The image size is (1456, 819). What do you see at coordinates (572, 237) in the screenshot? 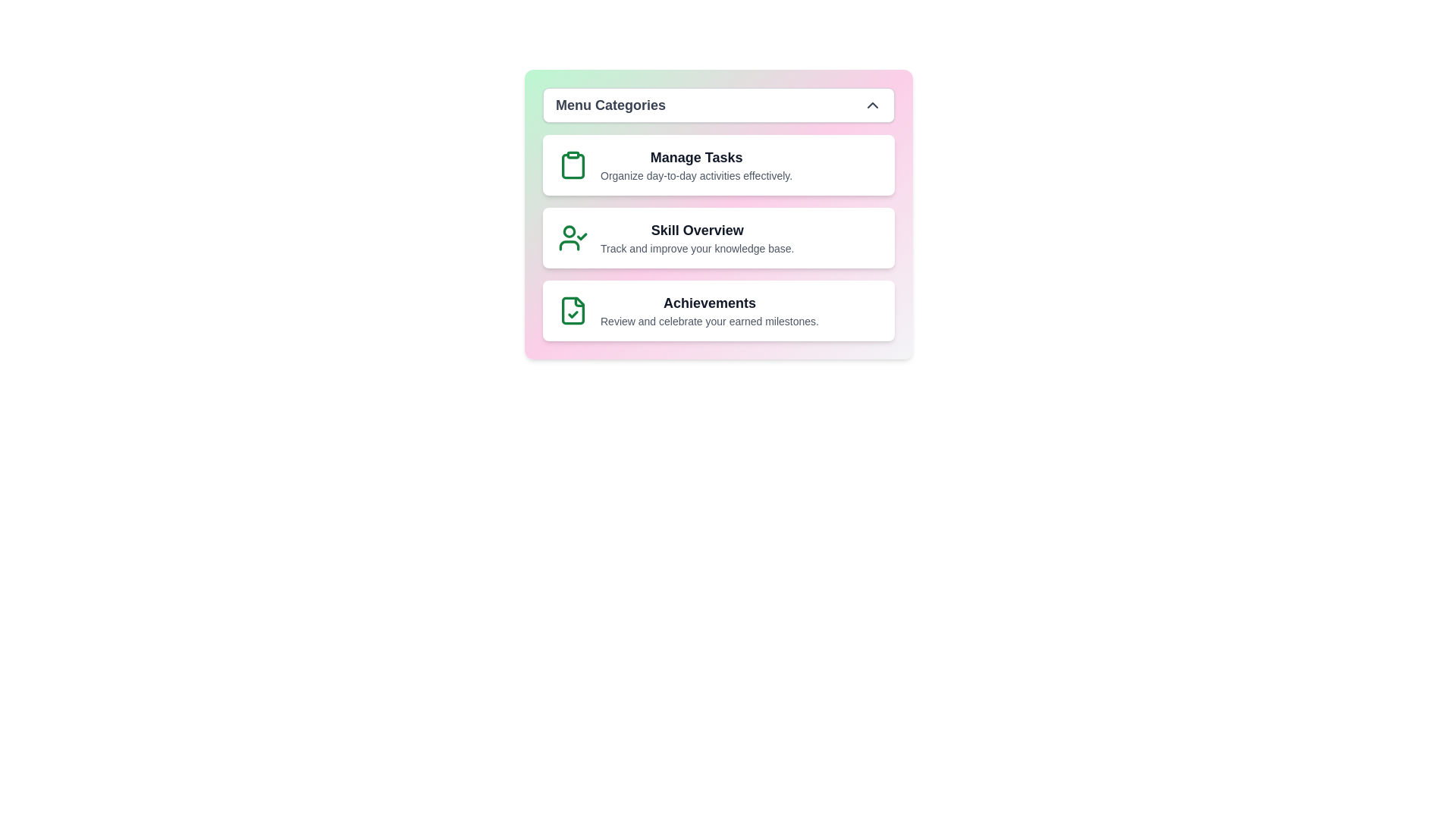
I see `the icon associated with the Skill Overview category` at bounding box center [572, 237].